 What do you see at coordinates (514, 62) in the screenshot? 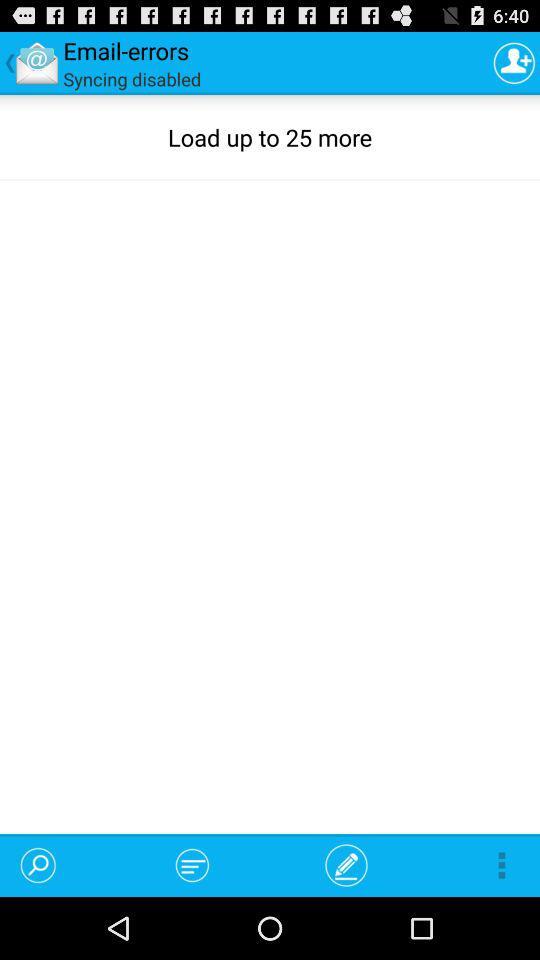
I see `the icon at the top right corner` at bounding box center [514, 62].